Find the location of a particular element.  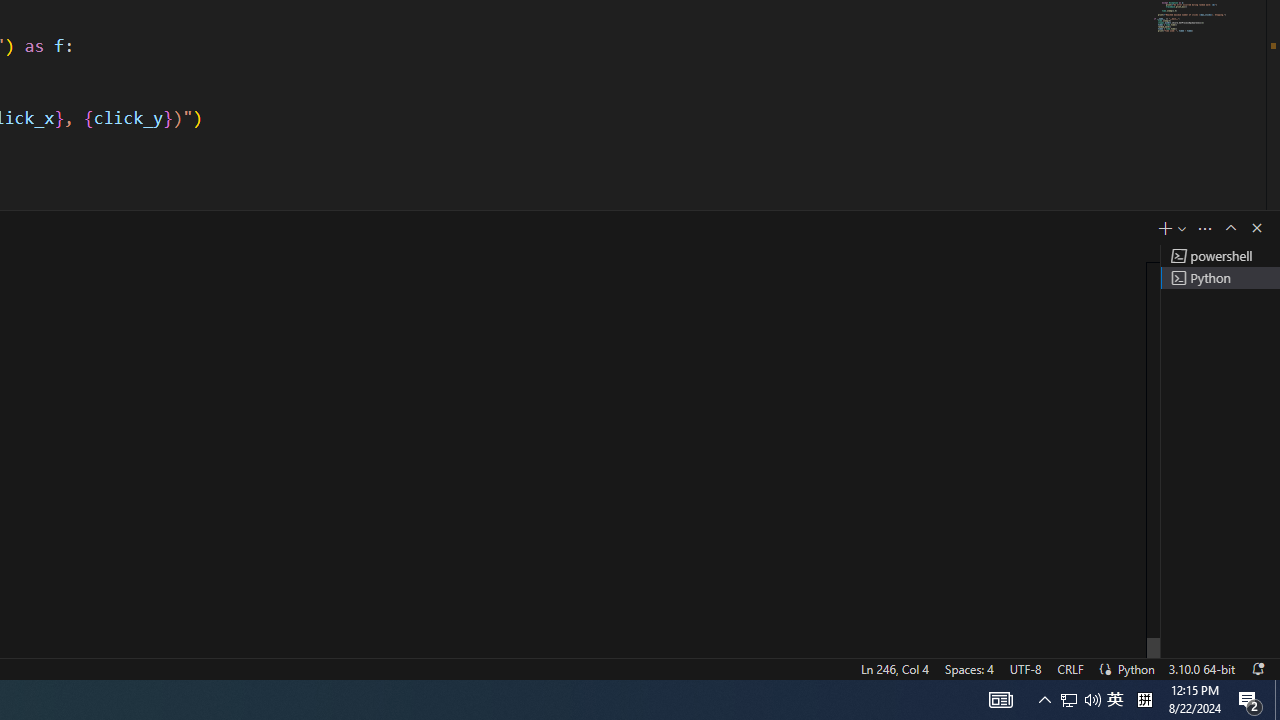

'Launch Profile...' is located at coordinates (1182, 227).